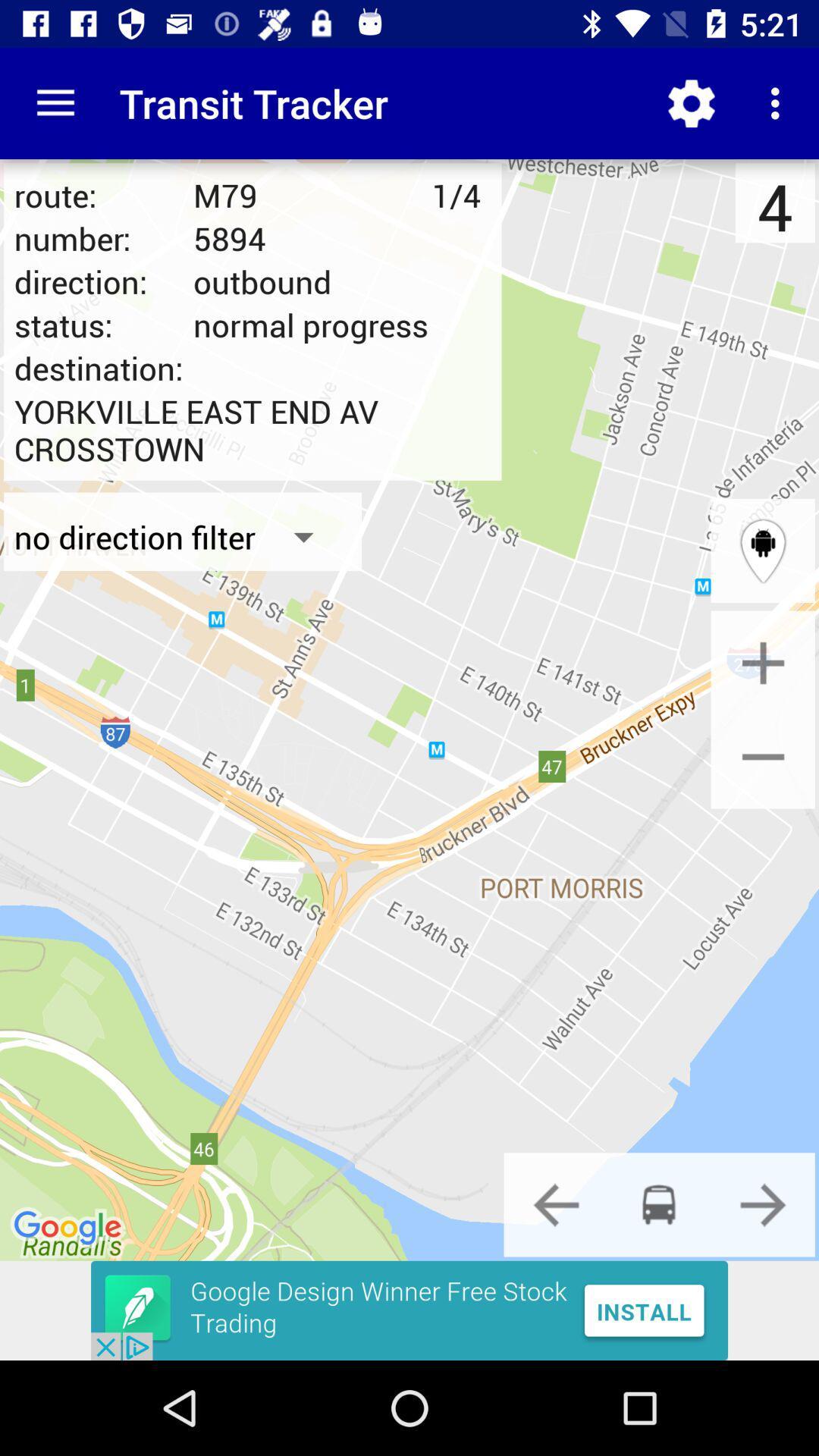 This screenshot has height=1456, width=819. Describe the element at coordinates (763, 1203) in the screenshot. I see `the arrow_forward icon` at that location.